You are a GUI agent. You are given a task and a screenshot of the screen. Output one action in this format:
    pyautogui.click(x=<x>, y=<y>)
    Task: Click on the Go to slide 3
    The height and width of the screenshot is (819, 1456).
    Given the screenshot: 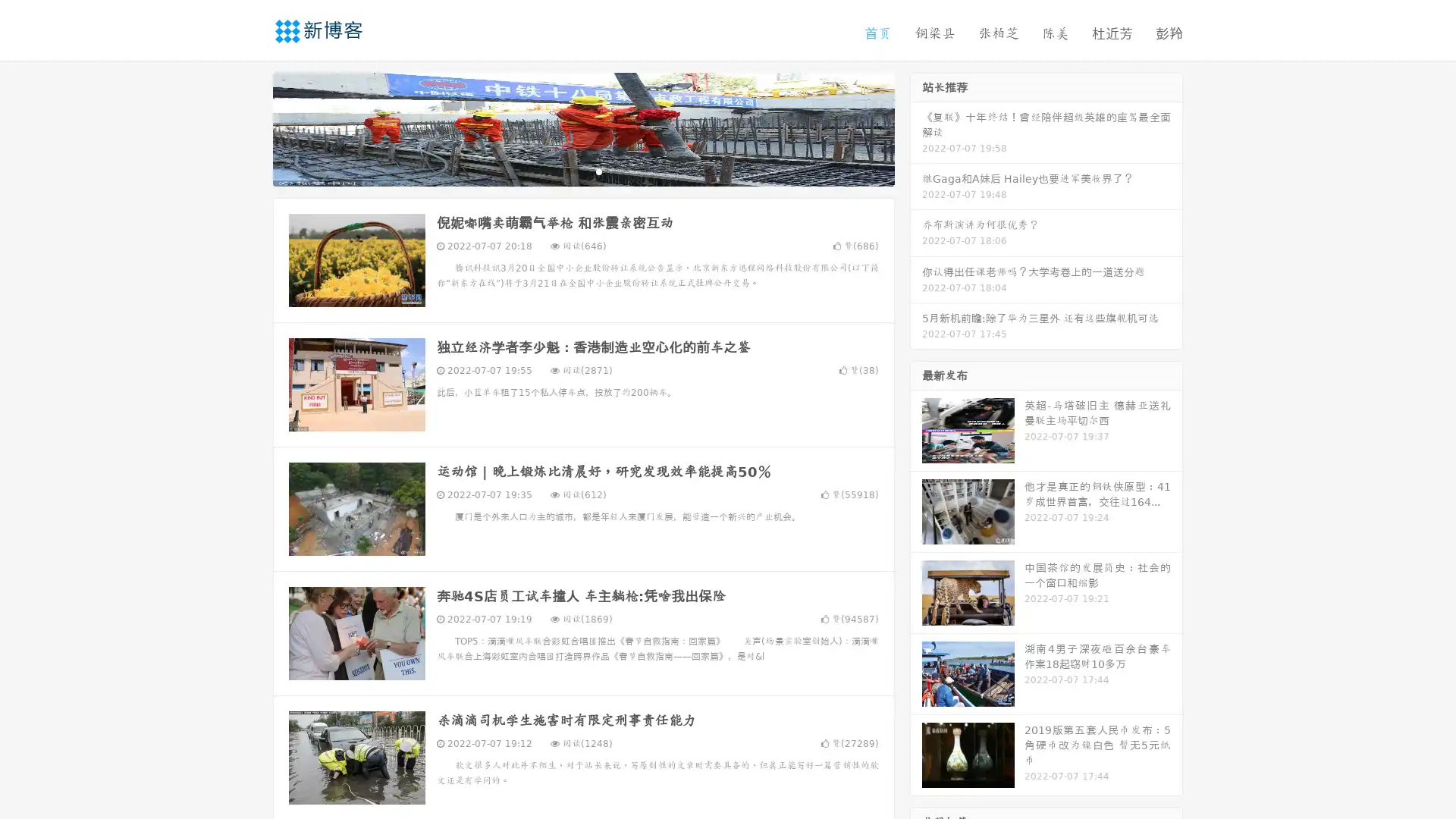 What is the action you would take?
    pyautogui.click(x=598, y=171)
    